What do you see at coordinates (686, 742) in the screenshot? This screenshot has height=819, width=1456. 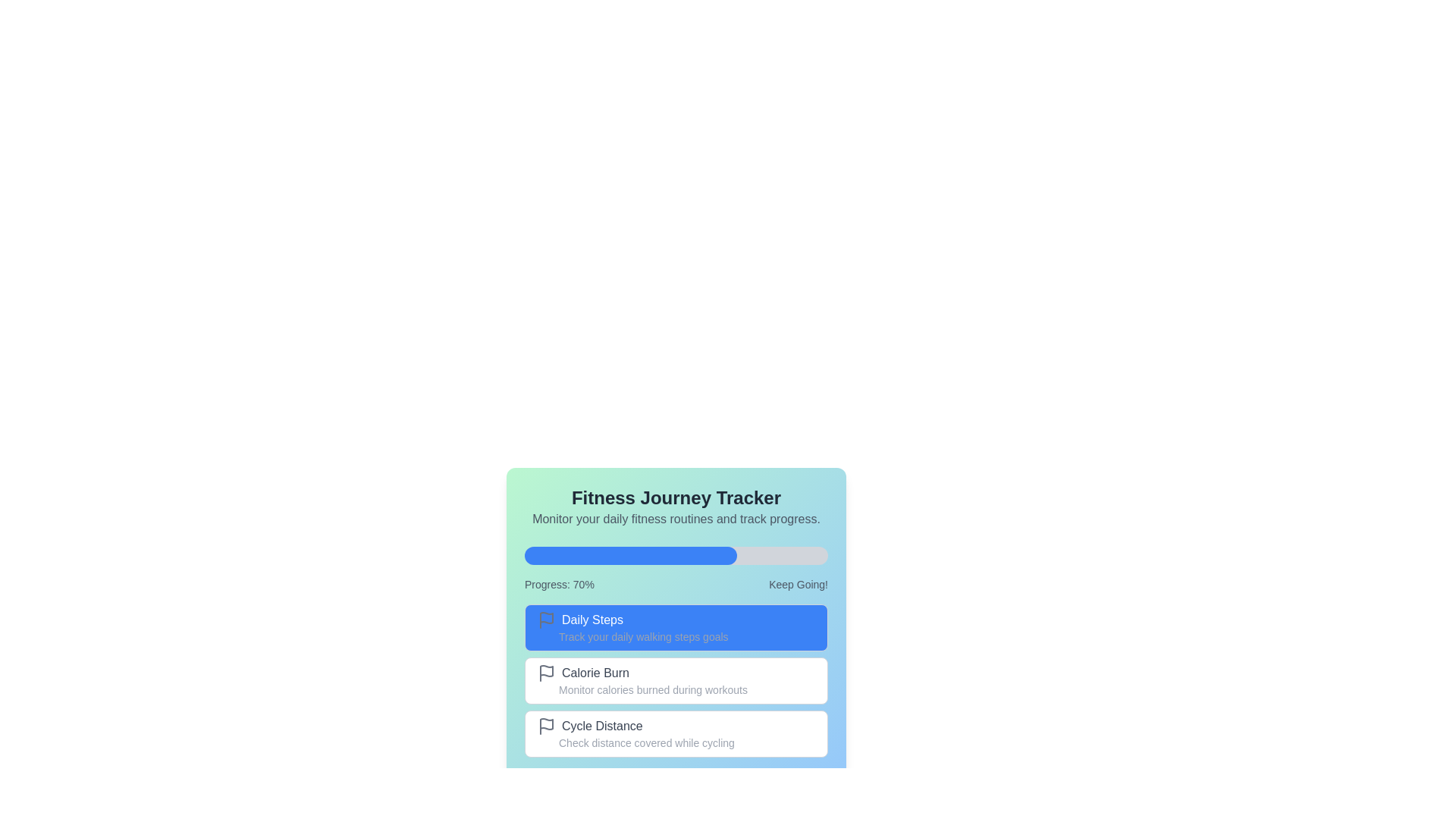 I see `the static text label that reads 'Check distance covered while cycling', which is styled in a smaller, gray font and positioned within the 'Cycle Distance' section below the bold header and to the right of a flag icon` at bounding box center [686, 742].